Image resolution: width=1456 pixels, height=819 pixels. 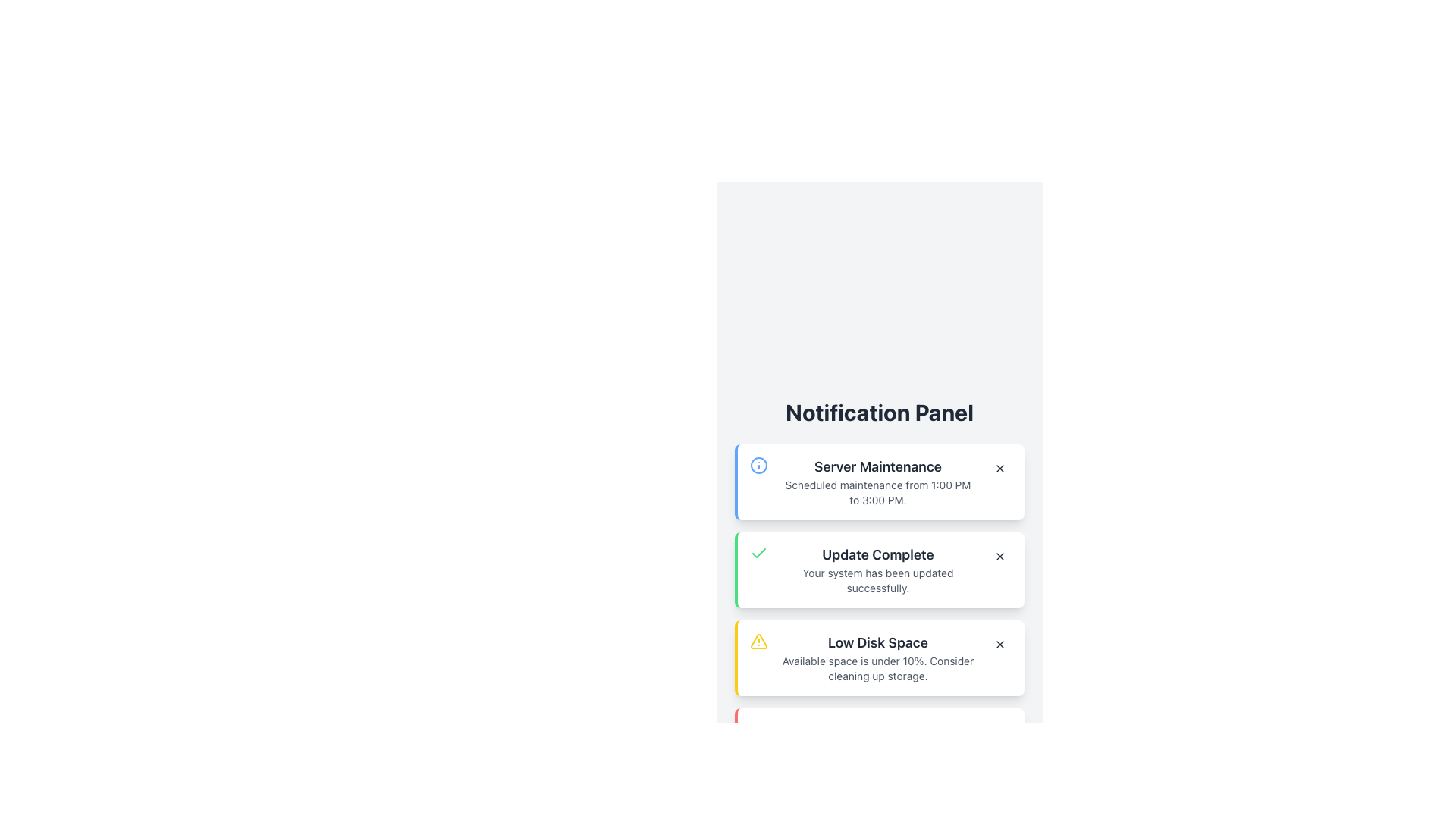 What do you see at coordinates (759, 464) in the screenshot?
I see `the icon element located at the top-left corner of the 'Server Maintenance' card within the notification panel` at bounding box center [759, 464].